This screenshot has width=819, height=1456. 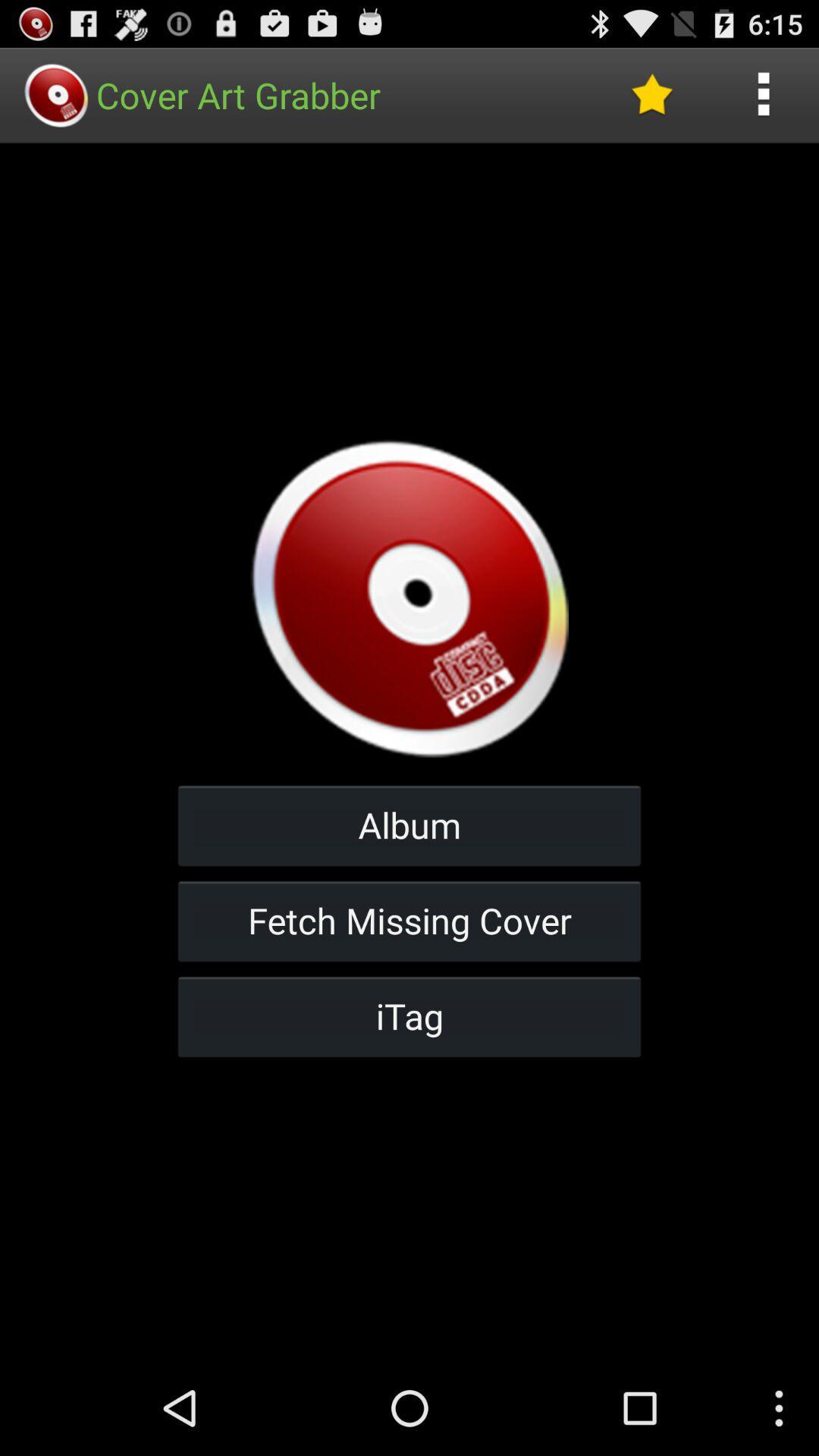 What do you see at coordinates (409, 920) in the screenshot?
I see `item below the album icon` at bounding box center [409, 920].